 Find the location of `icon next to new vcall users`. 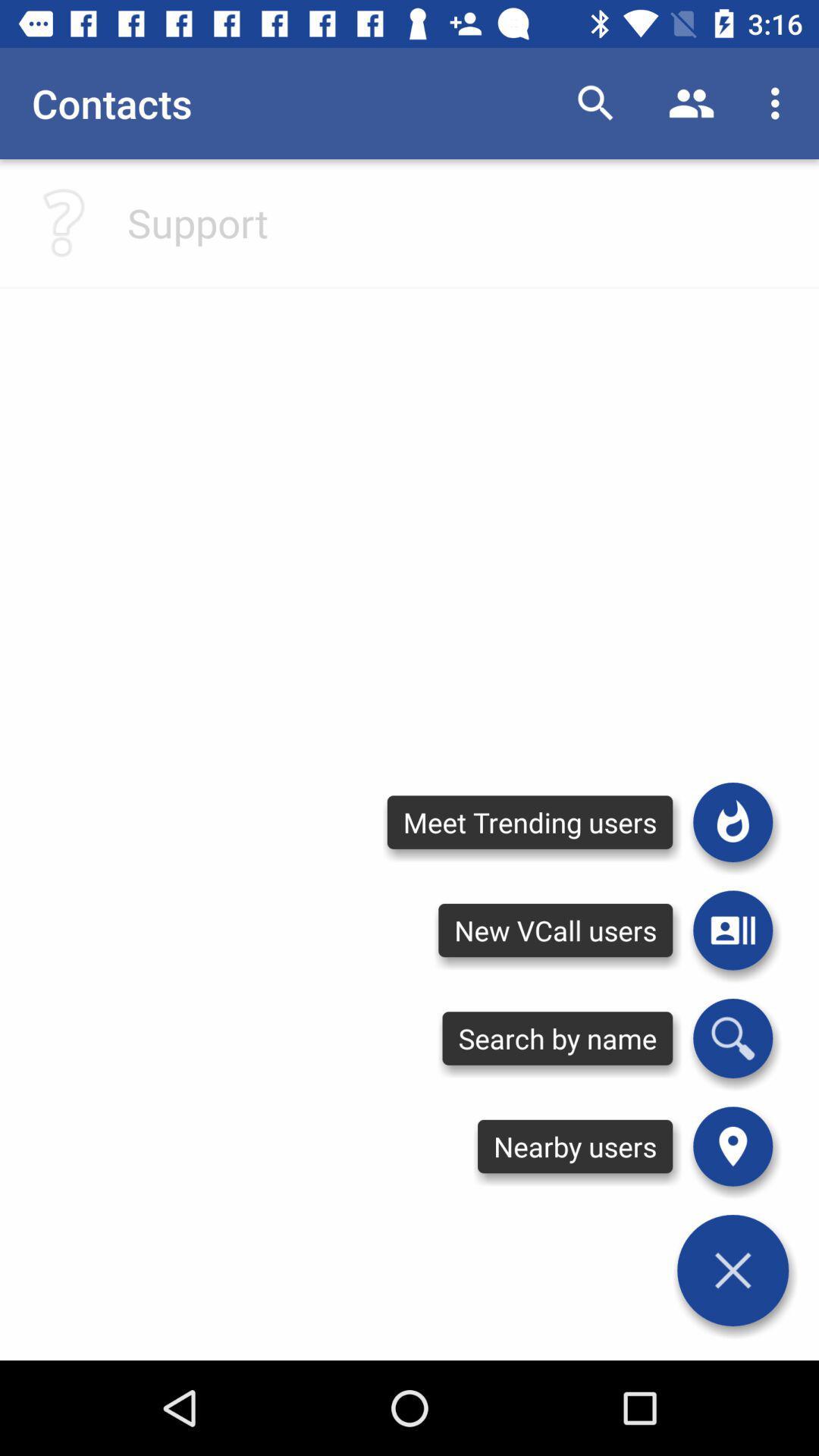

icon next to new vcall users is located at coordinates (732, 1037).